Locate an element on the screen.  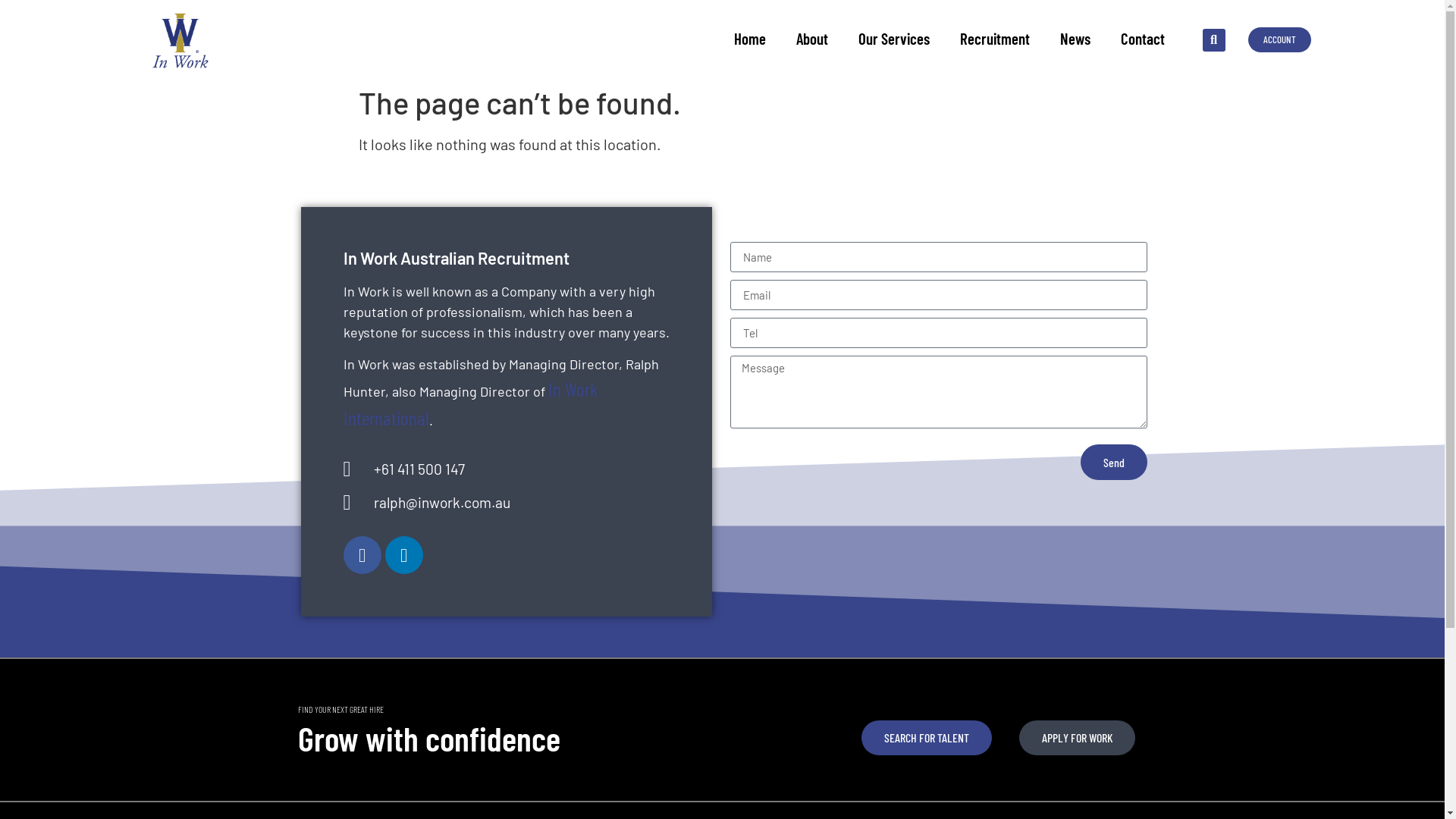
'Home' is located at coordinates (749, 37).